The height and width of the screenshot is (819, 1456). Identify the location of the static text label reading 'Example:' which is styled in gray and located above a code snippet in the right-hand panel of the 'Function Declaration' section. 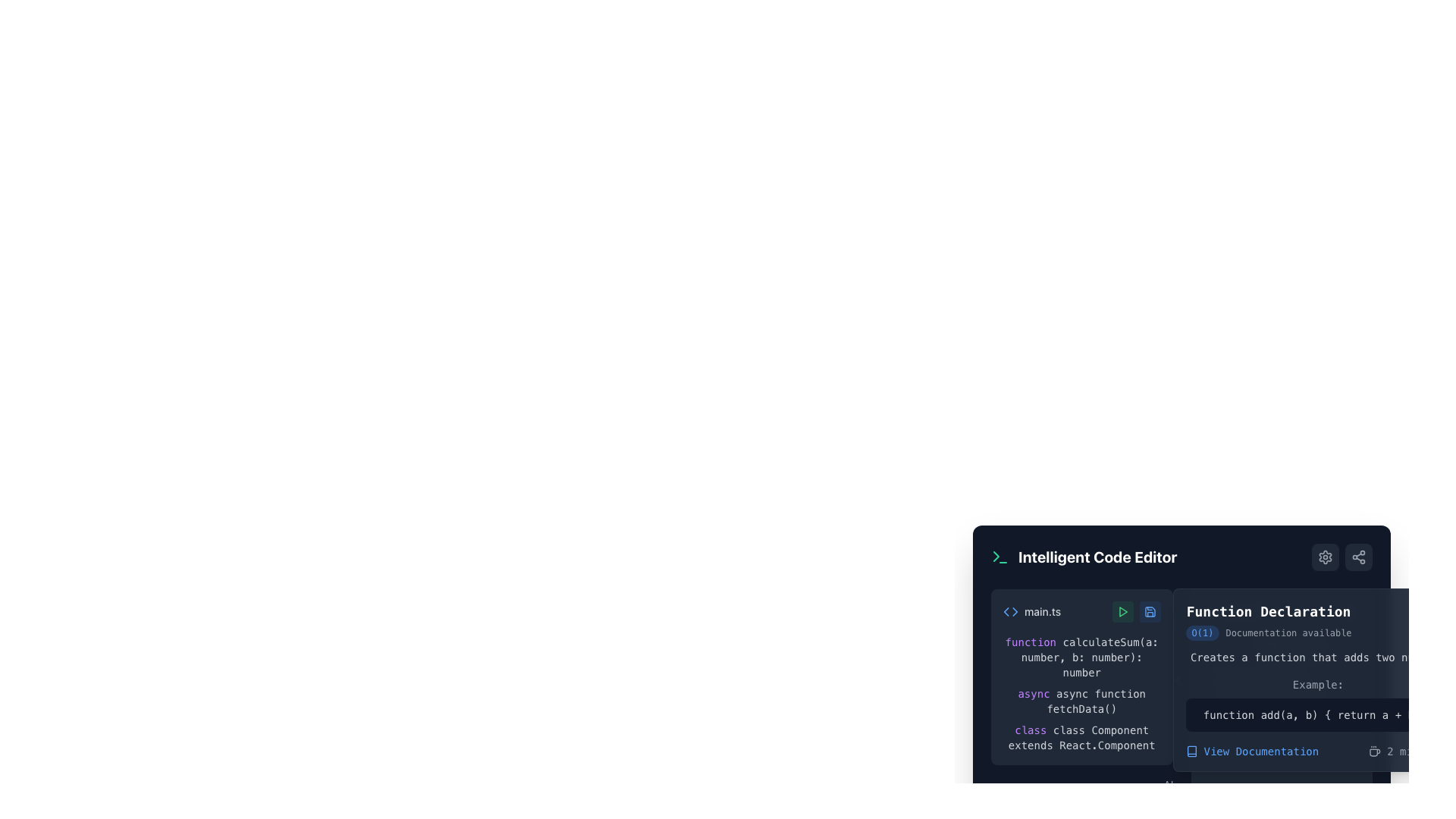
(1317, 684).